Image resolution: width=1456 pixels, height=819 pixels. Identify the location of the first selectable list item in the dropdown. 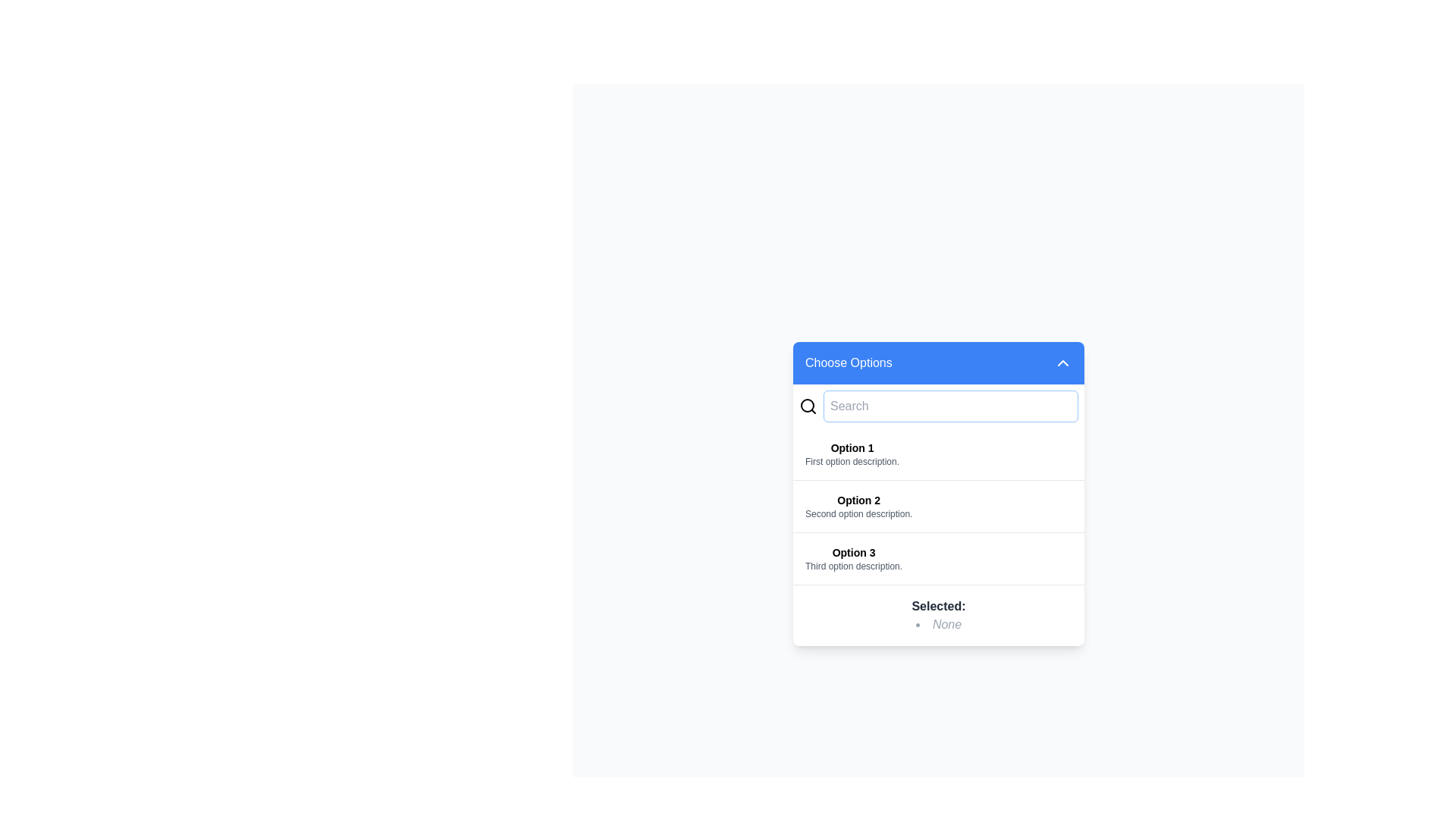
(938, 453).